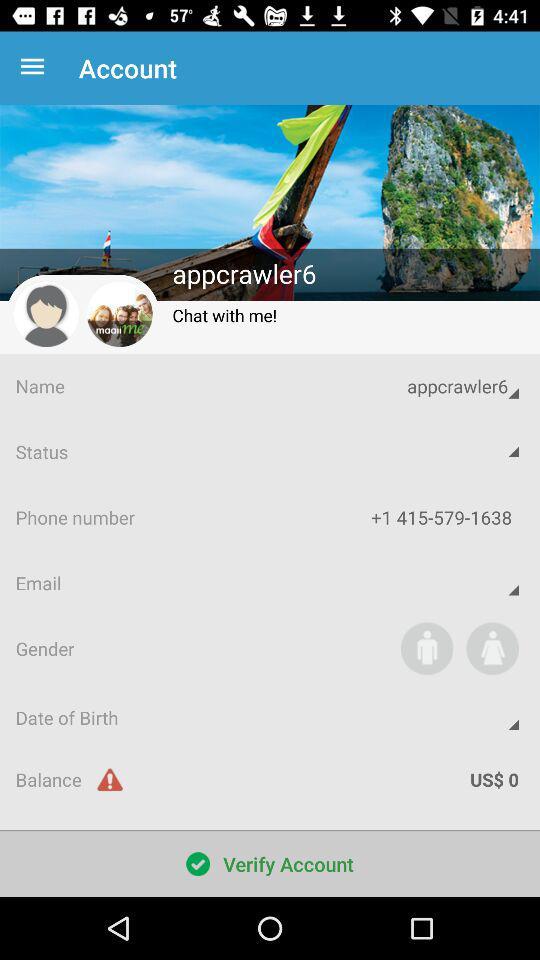  What do you see at coordinates (426, 647) in the screenshot?
I see `icon next to the gender icon` at bounding box center [426, 647].